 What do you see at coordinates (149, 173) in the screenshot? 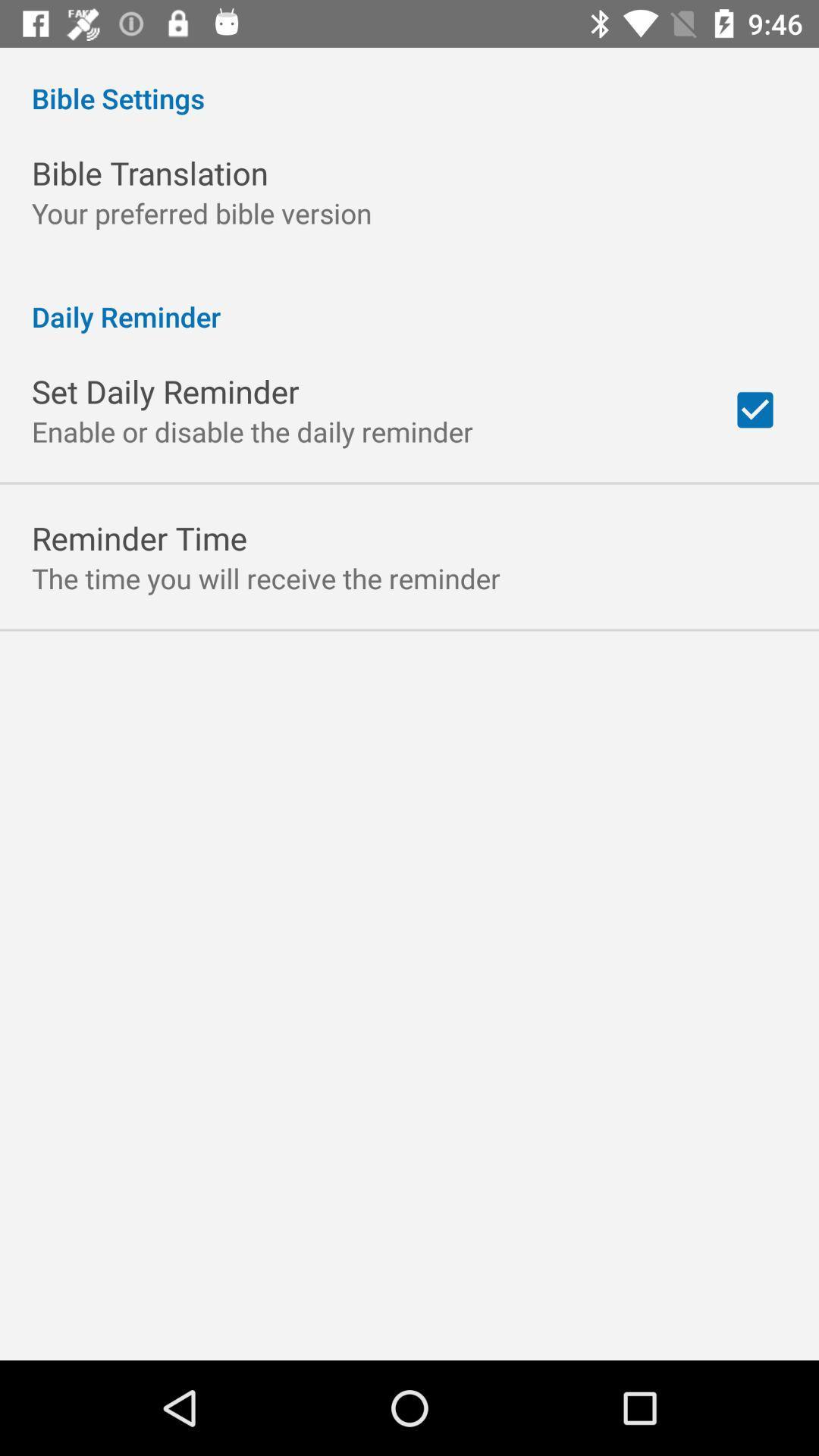
I see `item above your preferred bible` at bounding box center [149, 173].